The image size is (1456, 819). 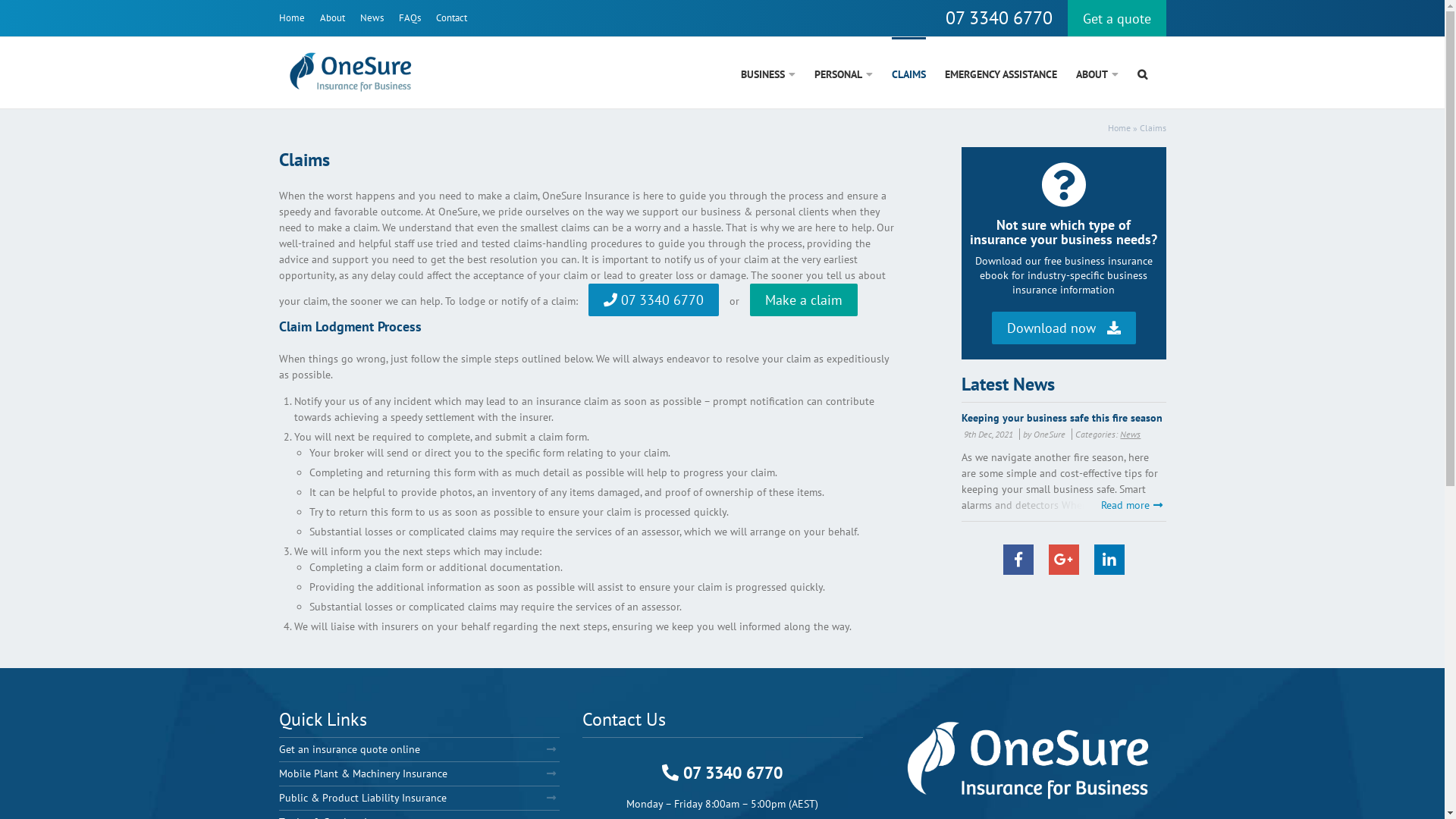 What do you see at coordinates (767, 72) in the screenshot?
I see `'BUSINESS'` at bounding box center [767, 72].